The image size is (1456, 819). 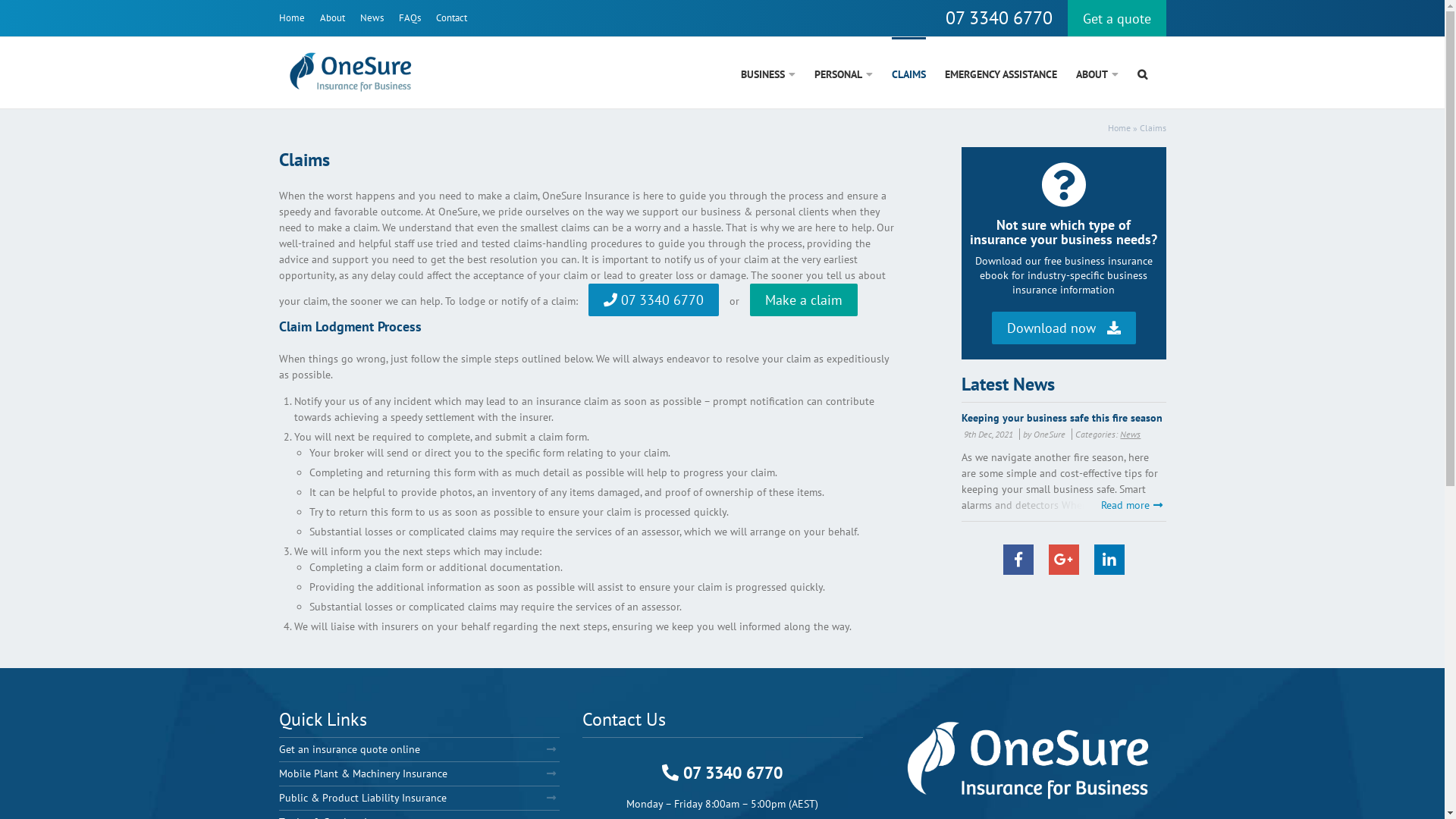 What do you see at coordinates (767, 72) in the screenshot?
I see `'BUSINESS'` at bounding box center [767, 72].